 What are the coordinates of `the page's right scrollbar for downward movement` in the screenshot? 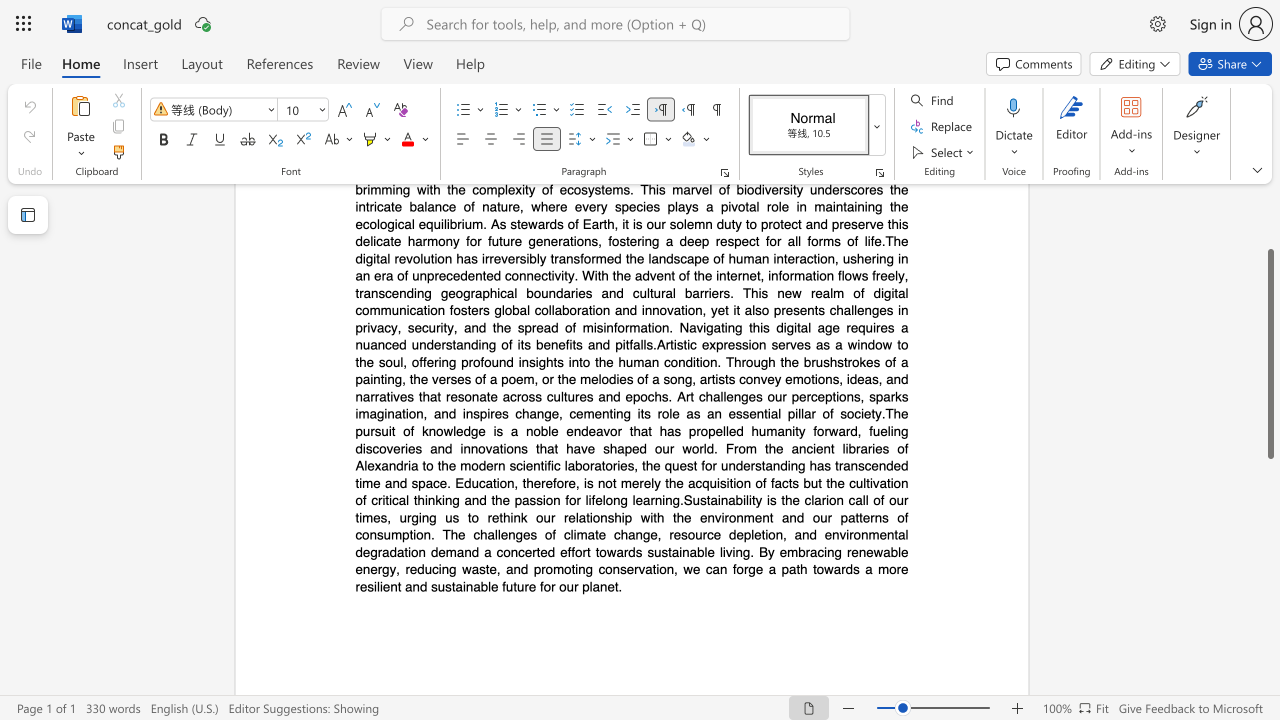 It's located at (1269, 608).